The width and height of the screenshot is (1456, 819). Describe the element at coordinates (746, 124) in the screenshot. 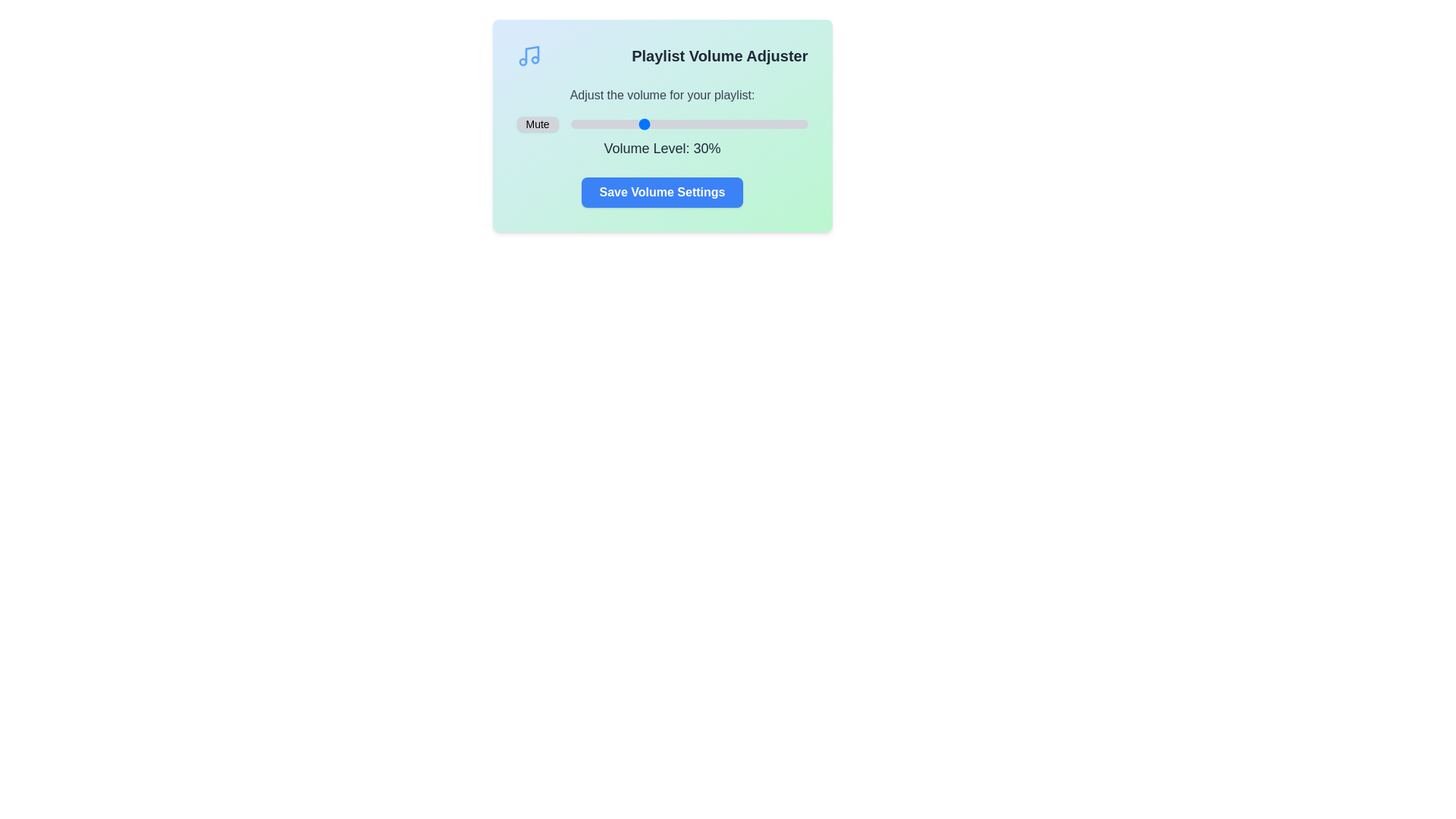

I see `the volume slider to set the volume to 74%` at that location.